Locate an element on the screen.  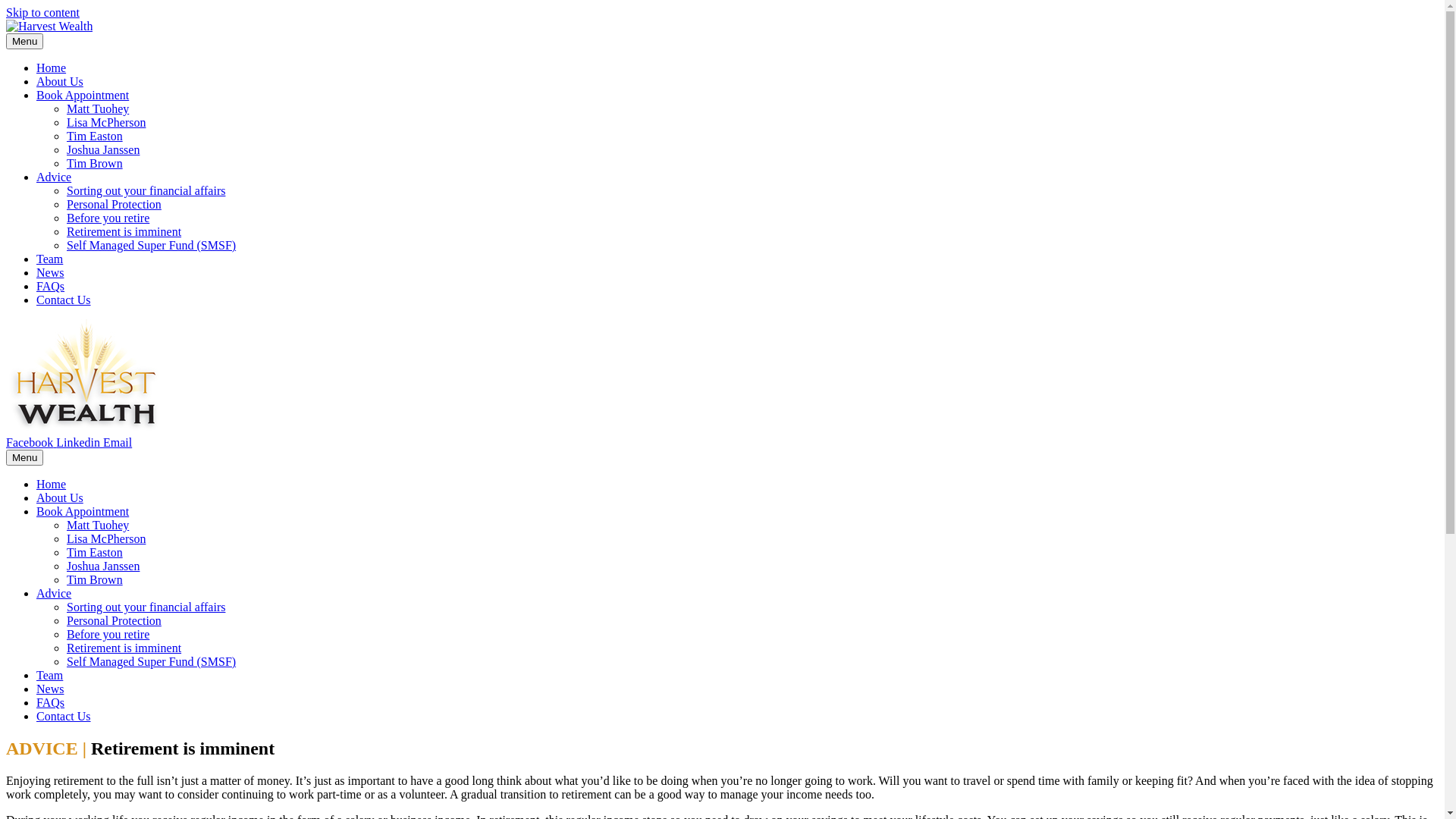
'News' is located at coordinates (50, 271).